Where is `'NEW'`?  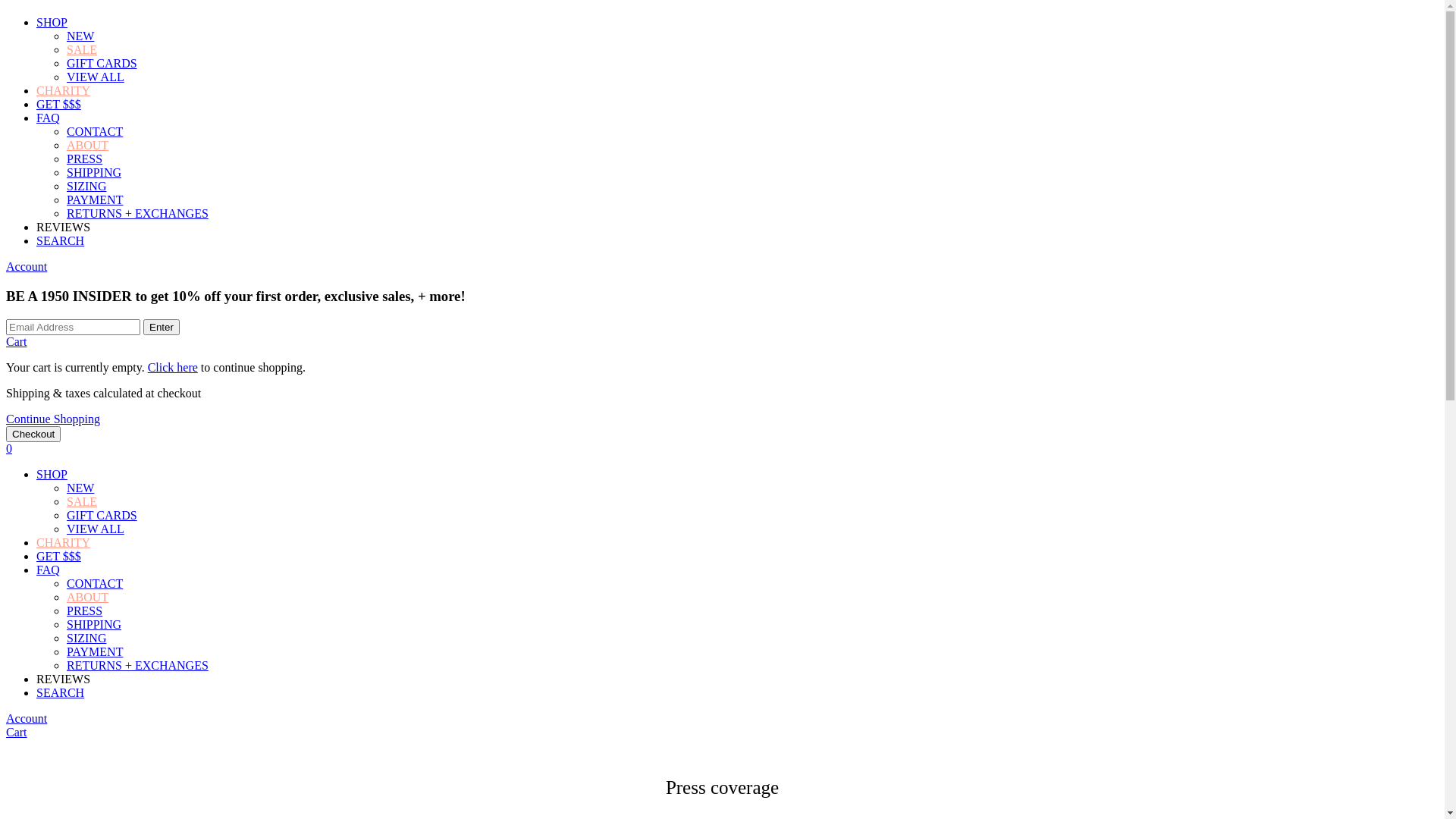
'NEW' is located at coordinates (79, 35).